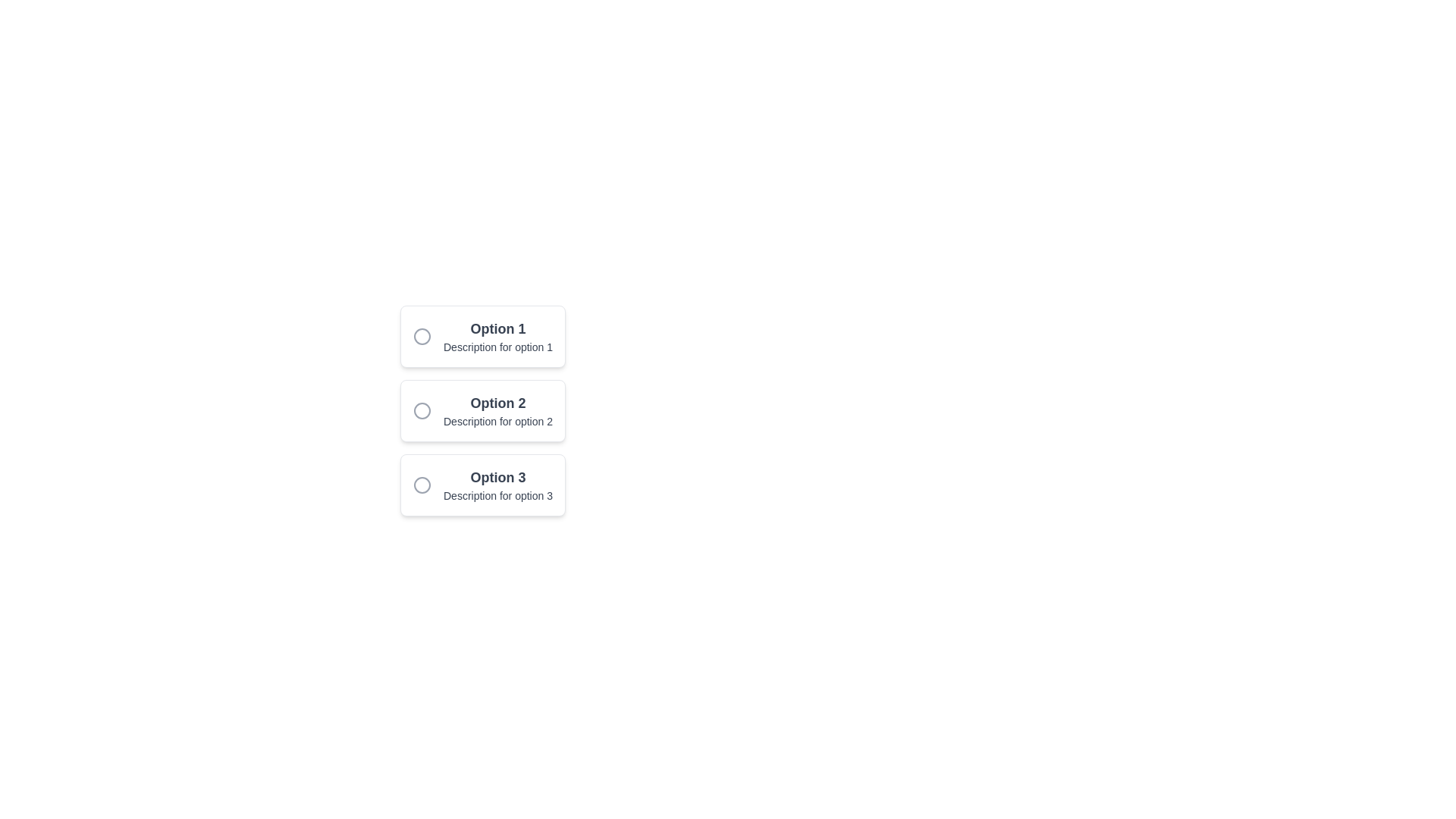 This screenshot has width=1456, height=819. What do you see at coordinates (422, 485) in the screenshot?
I see `the unselected radio button indicator for 'Option 3', which is the third radio button in a vertical list of options` at bounding box center [422, 485].